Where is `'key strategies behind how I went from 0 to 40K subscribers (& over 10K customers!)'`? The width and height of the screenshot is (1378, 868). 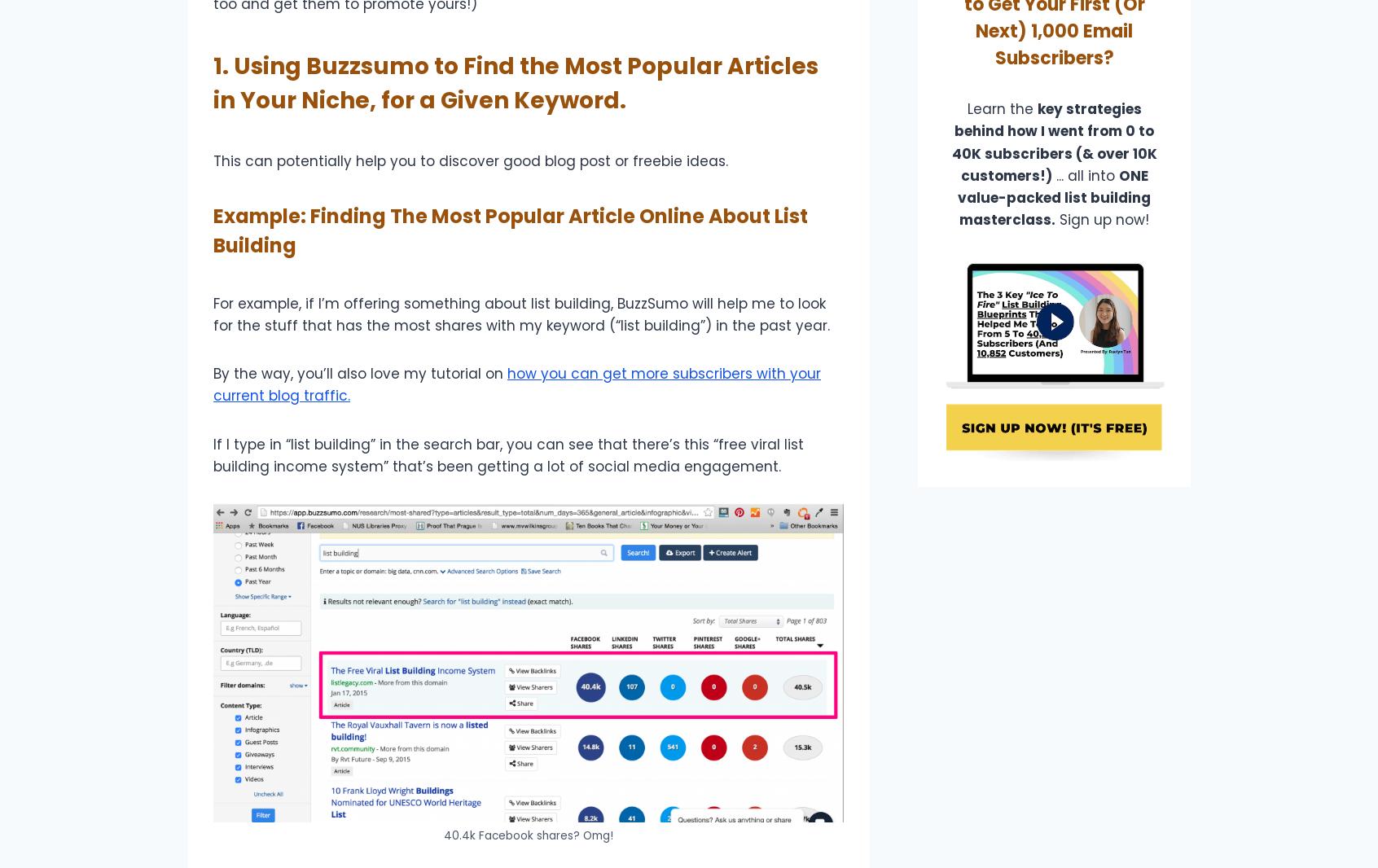 'key strategies behind how I went from 0 to 40K subscribers (& over 10K customers!)' is located at coordinates (950, 141).